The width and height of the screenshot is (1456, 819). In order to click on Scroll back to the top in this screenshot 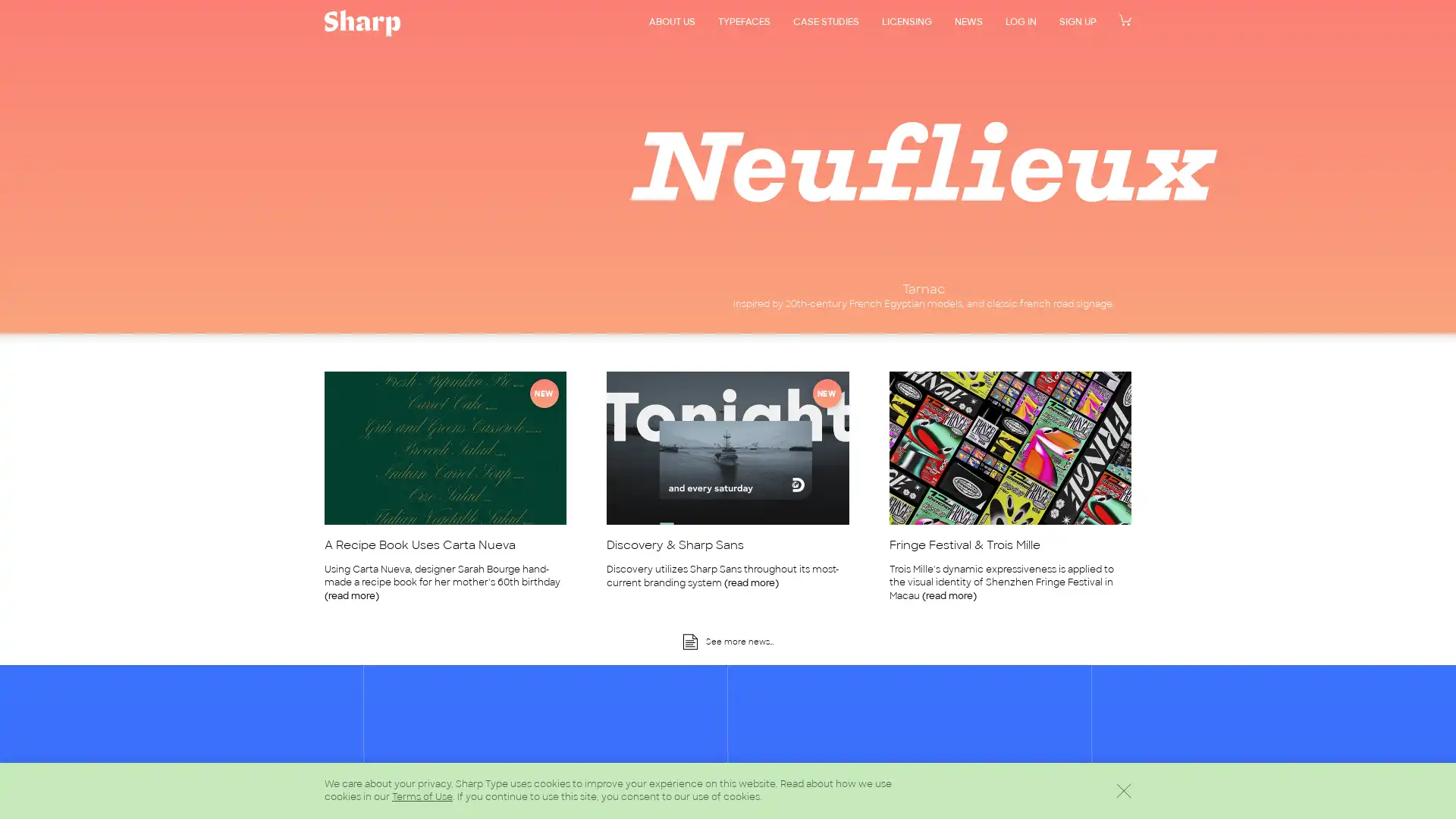, I will do `click(1429, 792)`.